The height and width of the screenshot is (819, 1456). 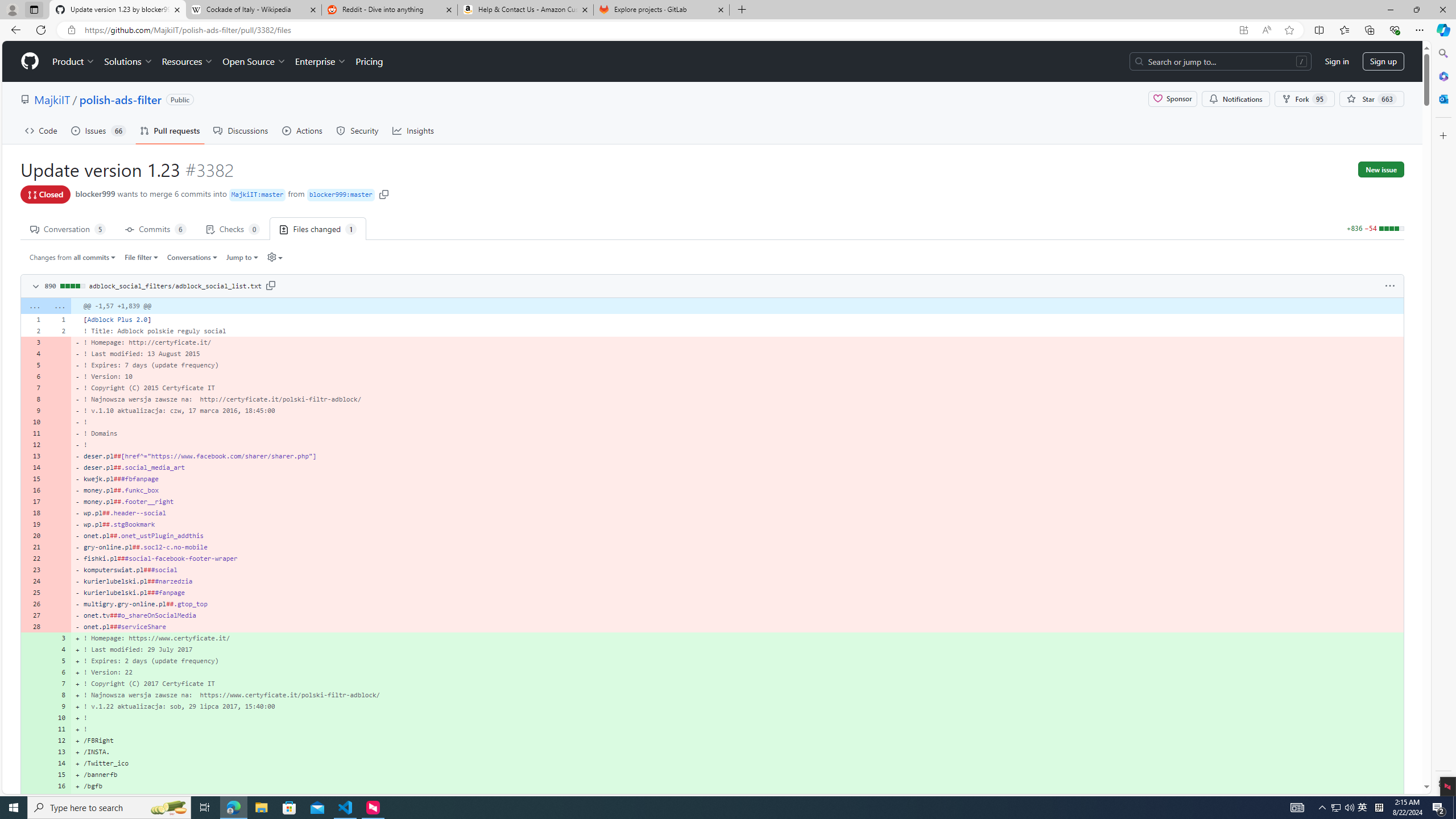 I want to click on '10', so click(x=58, y=717).